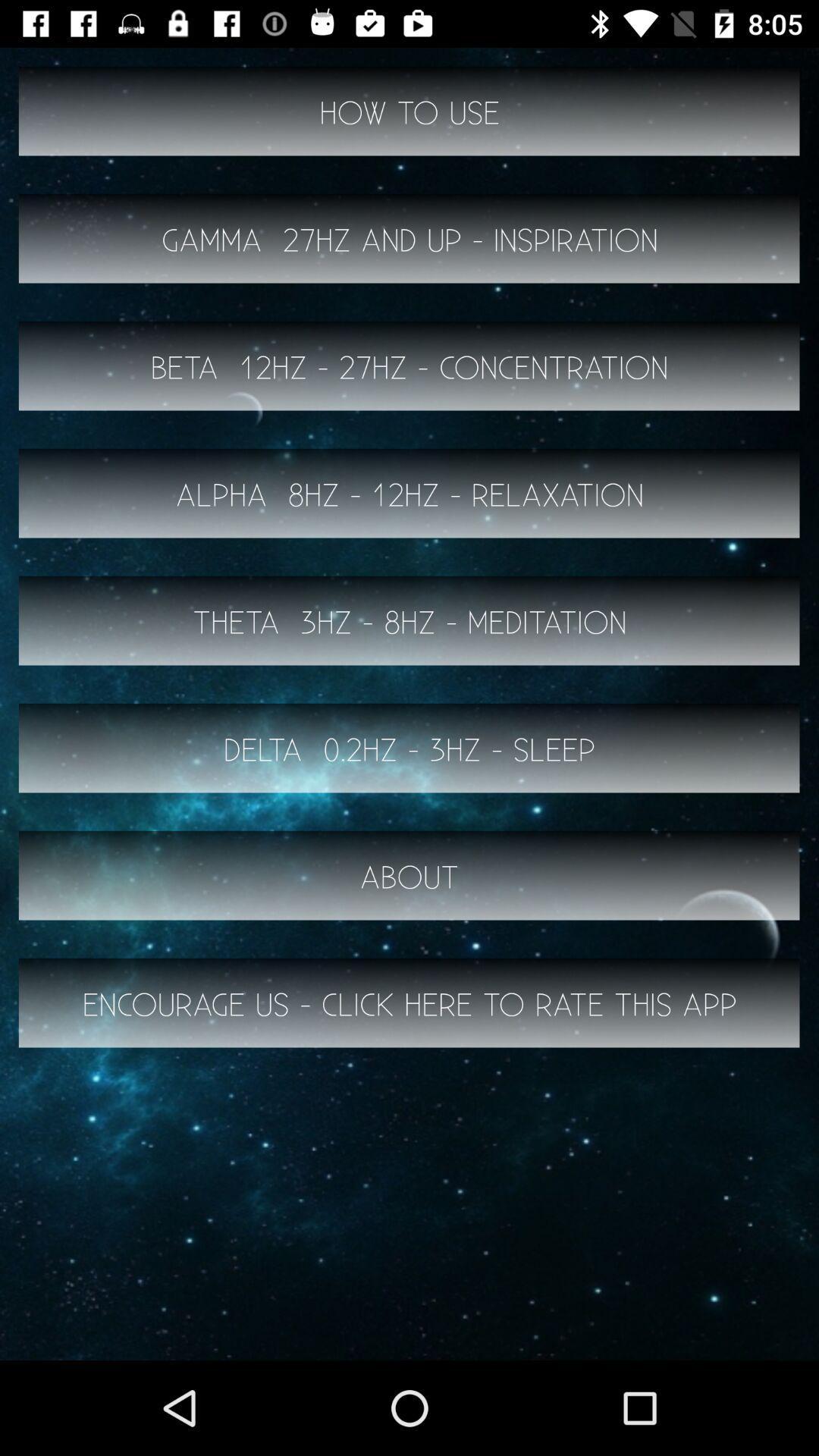  What do you see at coordinates (409, 748) in the screenshot?
I see `delta 0 2hz button` at bounding box center [409, 748].